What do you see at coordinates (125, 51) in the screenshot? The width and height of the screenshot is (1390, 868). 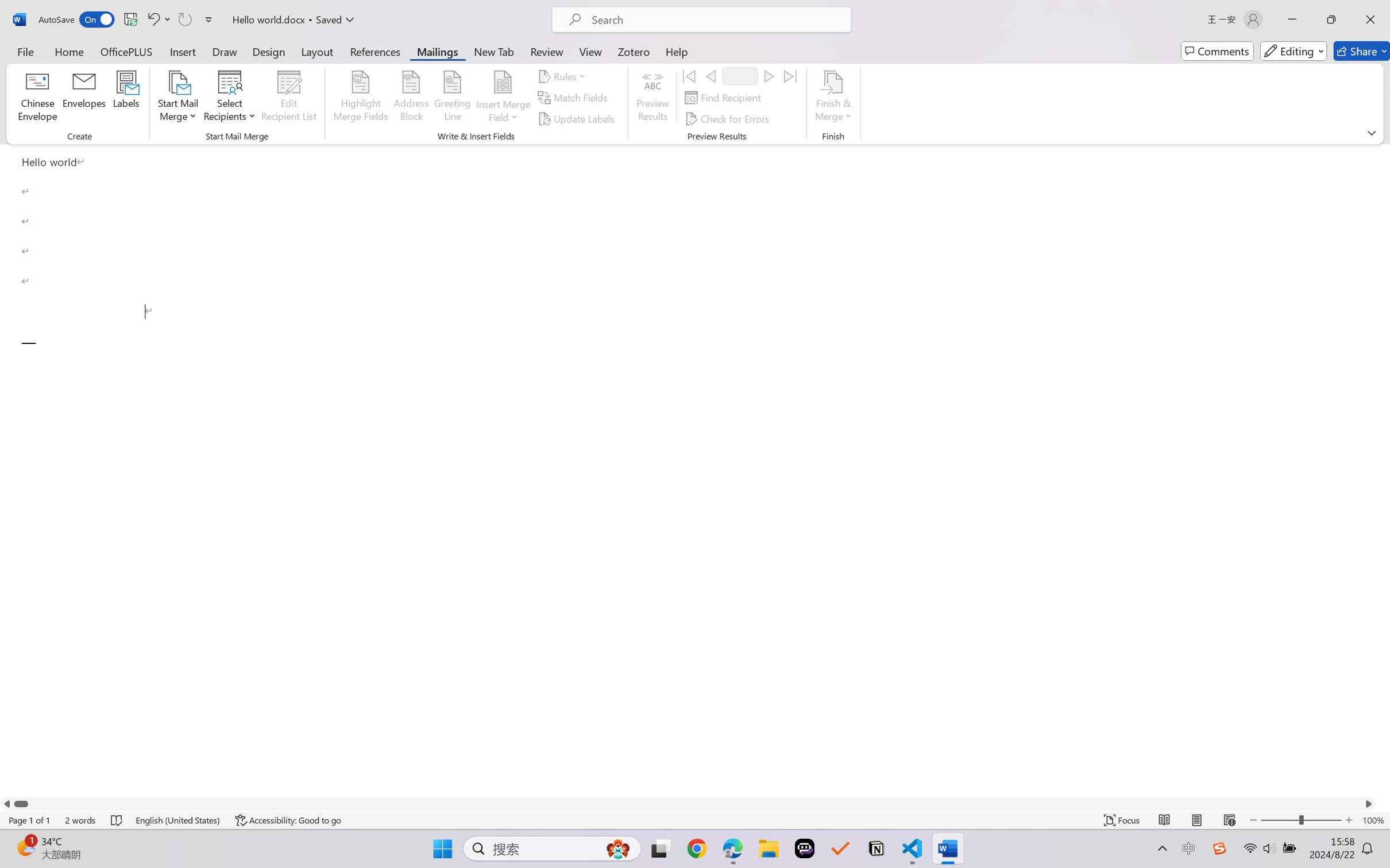 I see `'OfficePLUS'` at bounding box center [125, 51].